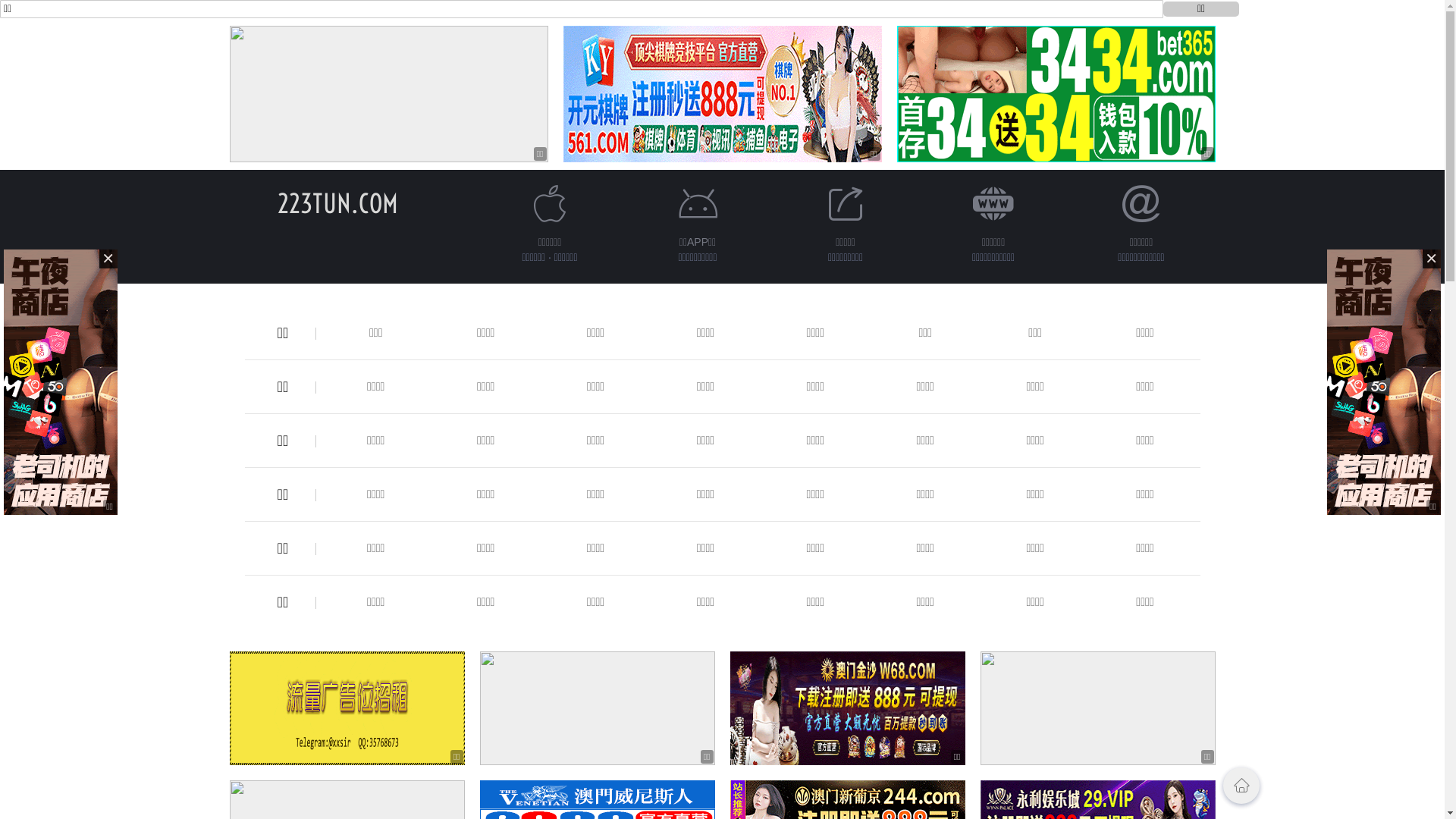 The height and width of the screenshot is (819, 1456). I want to click on '223TUN.COM', so click(337, 202).